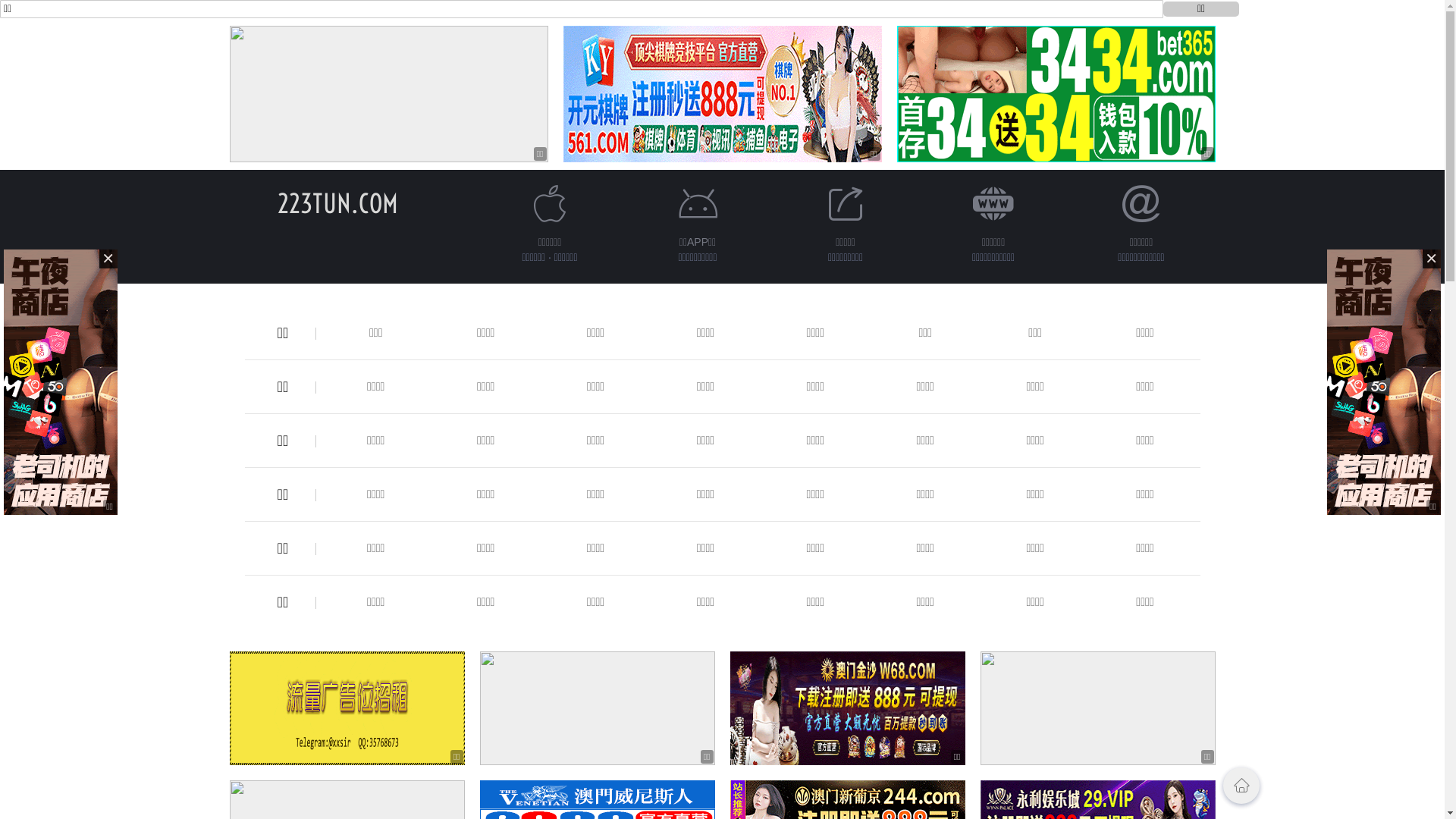 The height and width of the screenshot is (819, 1456). I want to click on '223TUN.COM', so click(337, 202).